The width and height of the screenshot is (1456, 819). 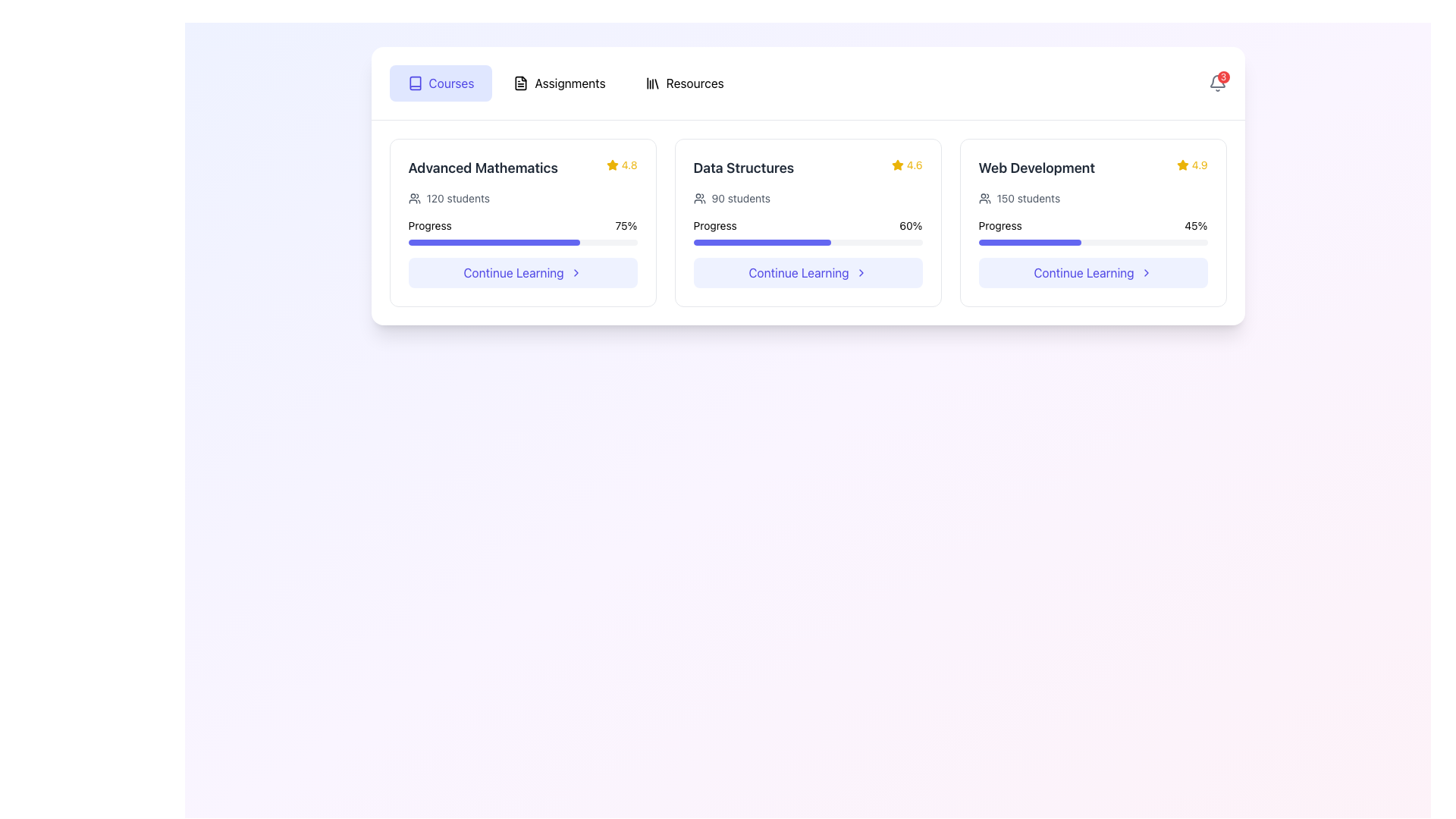 I want to click on the icon located in the navigation bar next to the 'Assignments' label, which serves as a visual identifier for the 'Assignments' section, so click(x=521, y=83).